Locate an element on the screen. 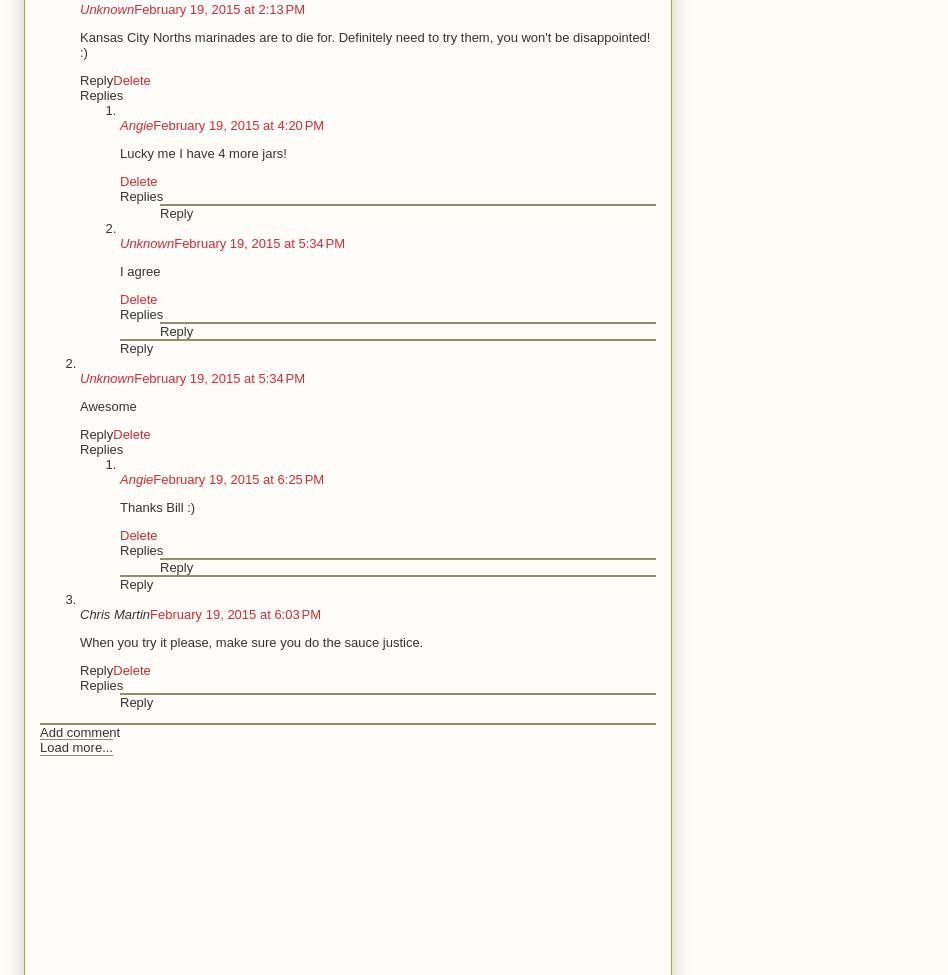 This screenshot has height=975, width=948. 'Thanks Bill :)' is located at coordinates (119, 506).